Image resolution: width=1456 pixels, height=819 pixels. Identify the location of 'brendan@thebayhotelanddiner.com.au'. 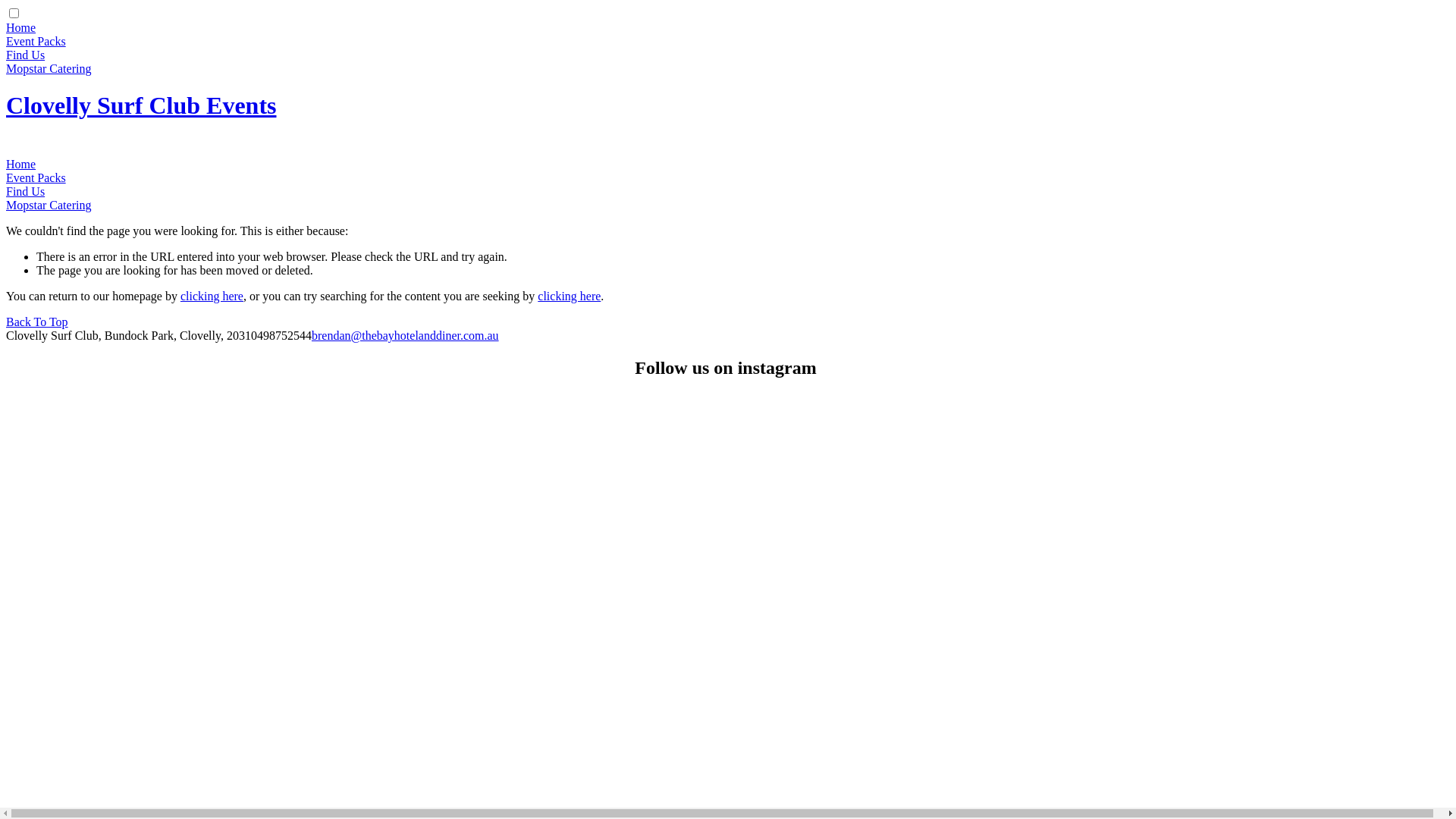
(405, 334).